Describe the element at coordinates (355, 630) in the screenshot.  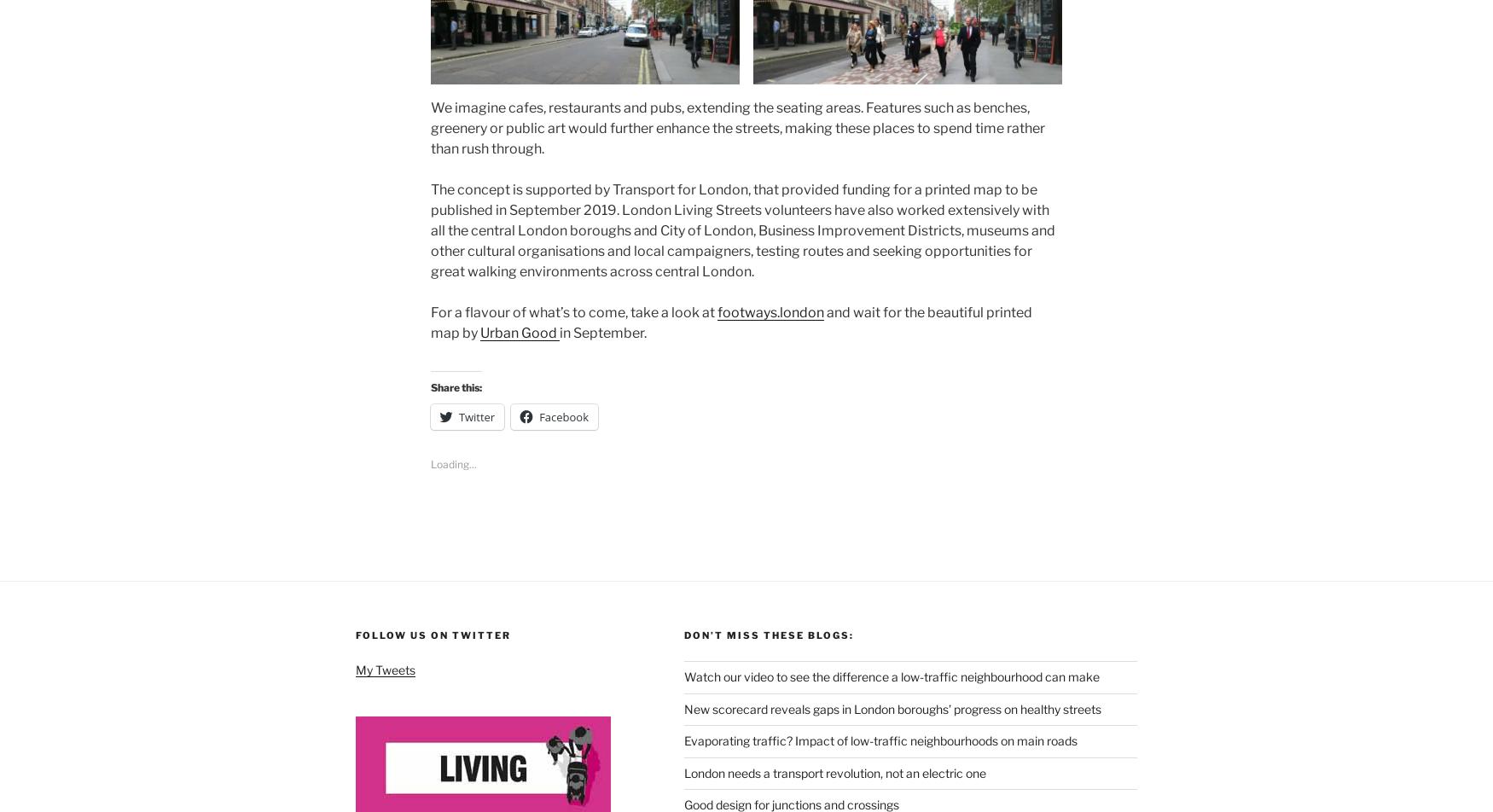
I see `'Follow us on Twitter'` at that location.